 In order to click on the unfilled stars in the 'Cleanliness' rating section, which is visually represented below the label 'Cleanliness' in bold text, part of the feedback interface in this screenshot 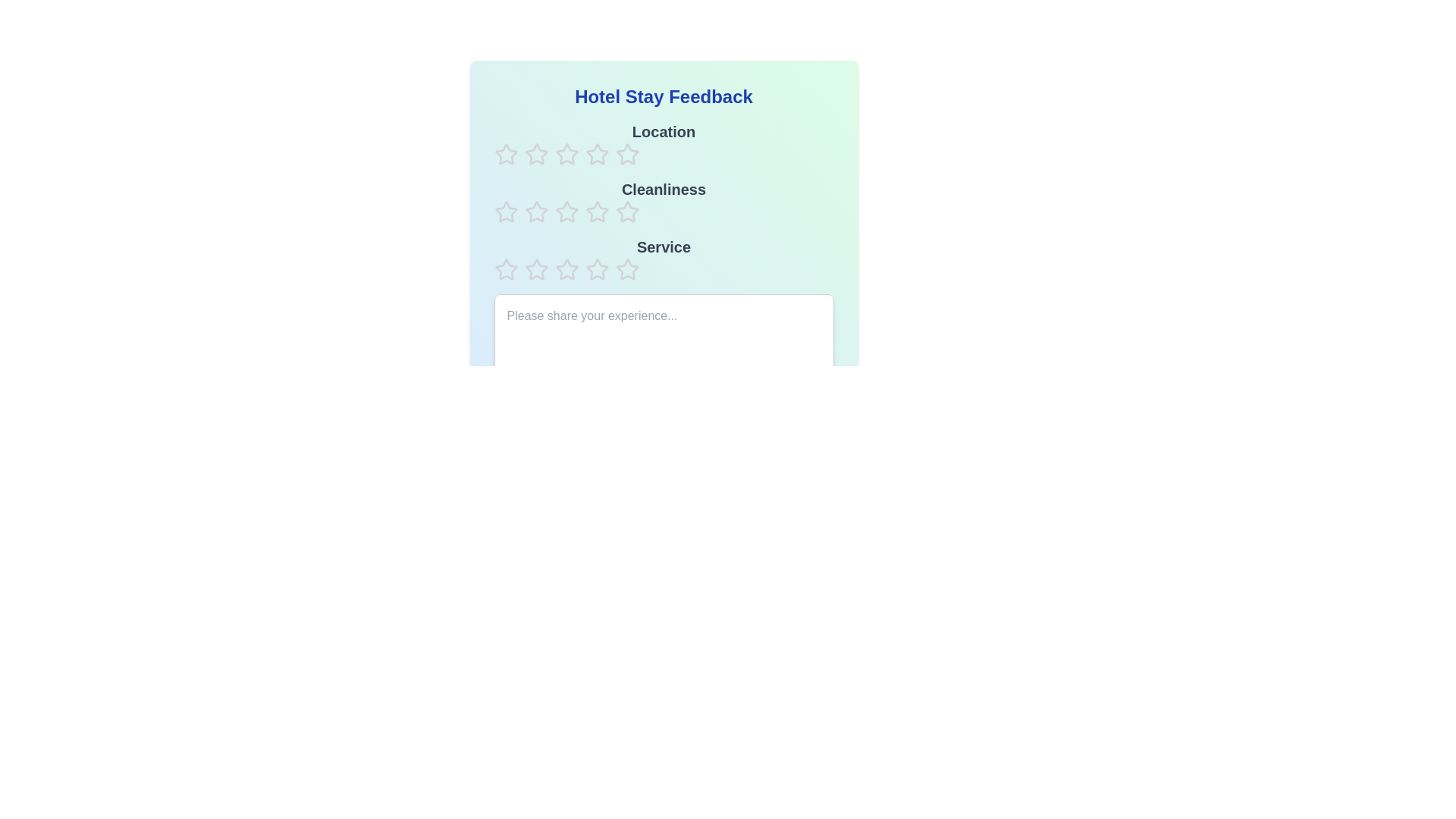, I will do `click(664, 201)`.